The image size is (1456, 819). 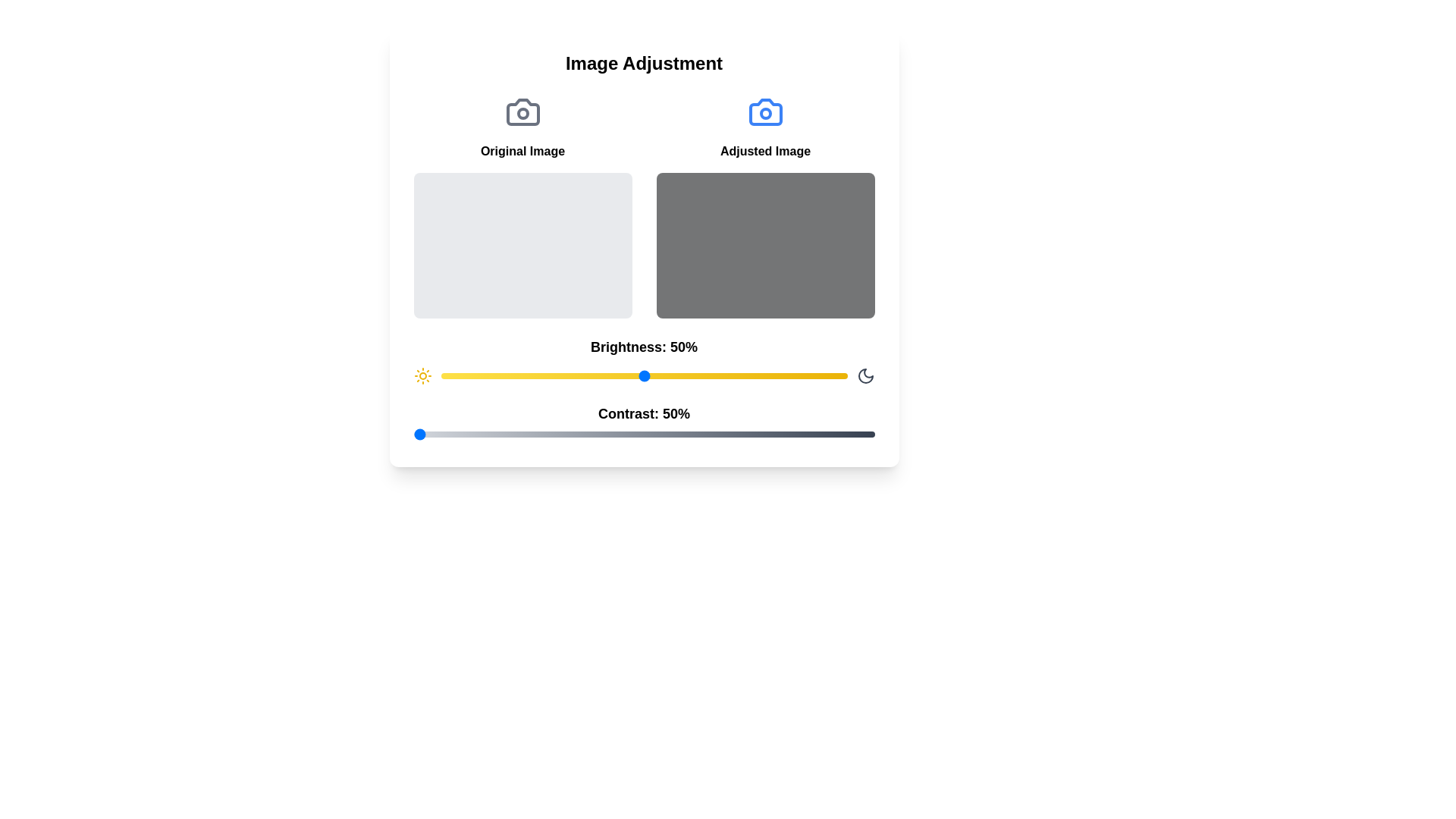 I want to click on main header text located at the top of the white card with rounded edges, which serves as the title and provides context about the displayed content, so click(x=644, y=63).